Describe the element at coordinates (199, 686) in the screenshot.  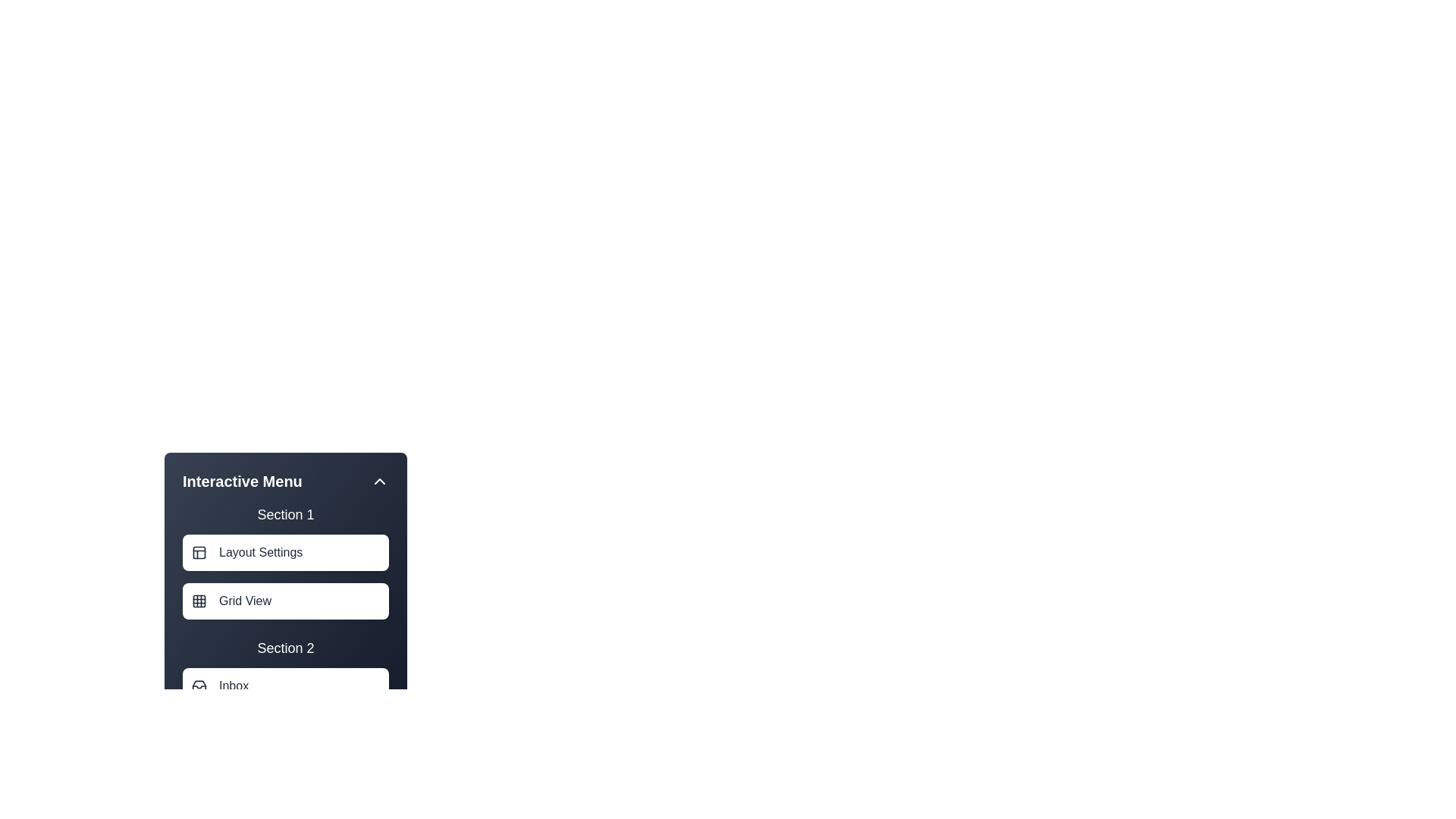
I see `the icon associated with Inbox` at that location.